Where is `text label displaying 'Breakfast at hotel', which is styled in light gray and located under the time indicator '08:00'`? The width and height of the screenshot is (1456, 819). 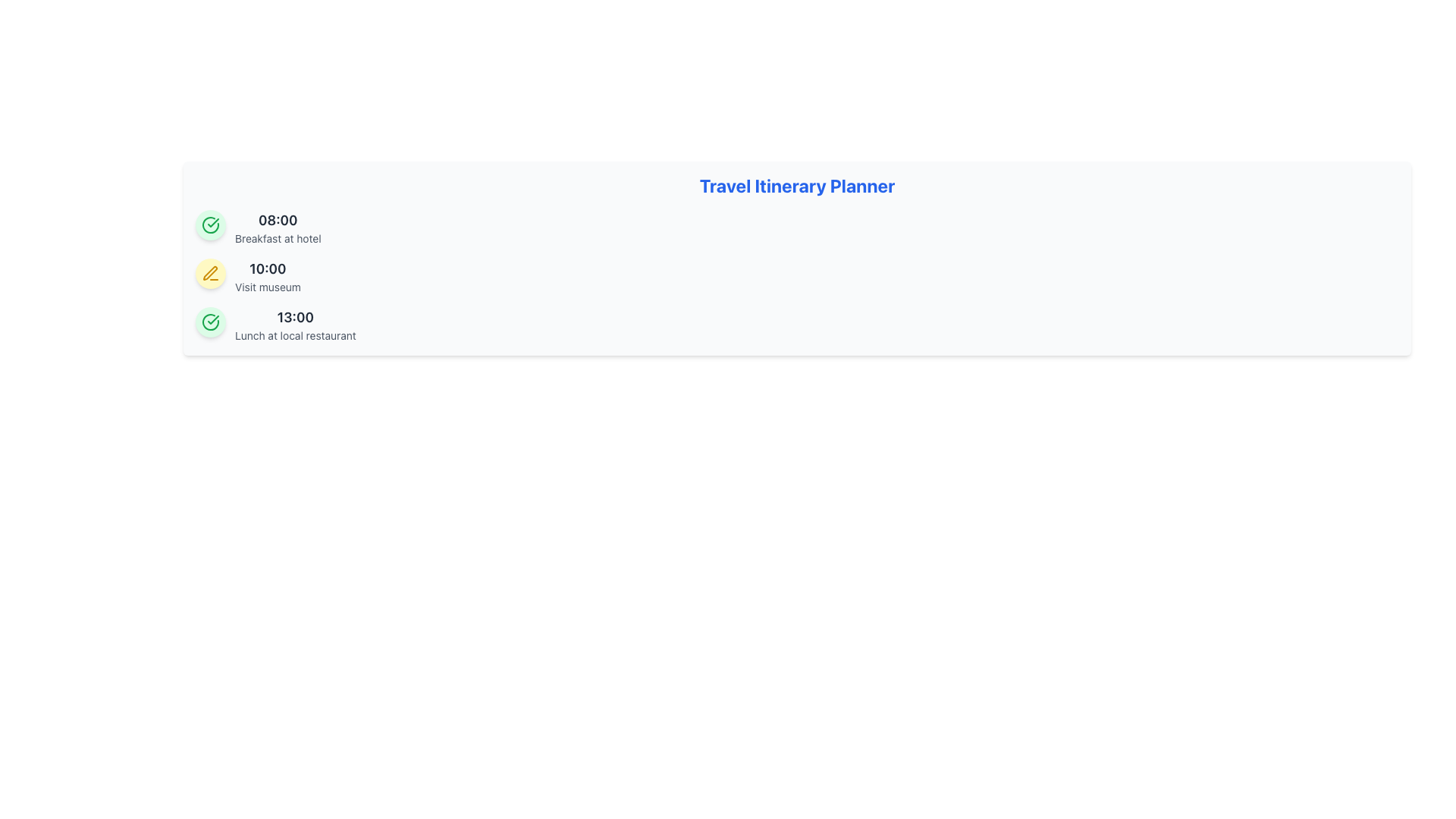
text label displaying 'Breakfast at hotel', which is styled in light gray and located under the time indicator '08:00' is located at coordinates (278, 239).